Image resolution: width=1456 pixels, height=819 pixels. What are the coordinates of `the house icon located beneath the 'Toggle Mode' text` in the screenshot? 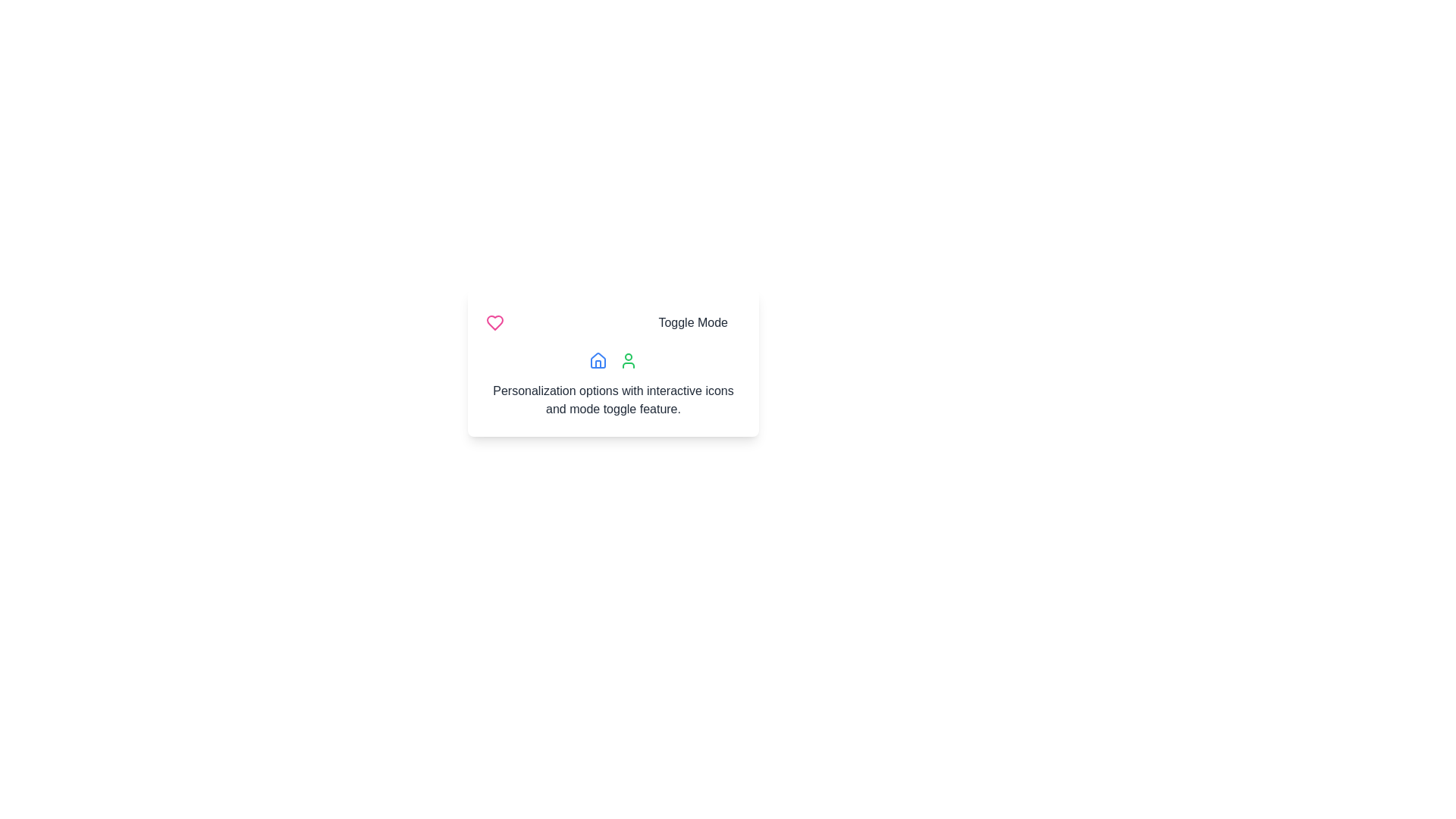 It's located at (613, 359).